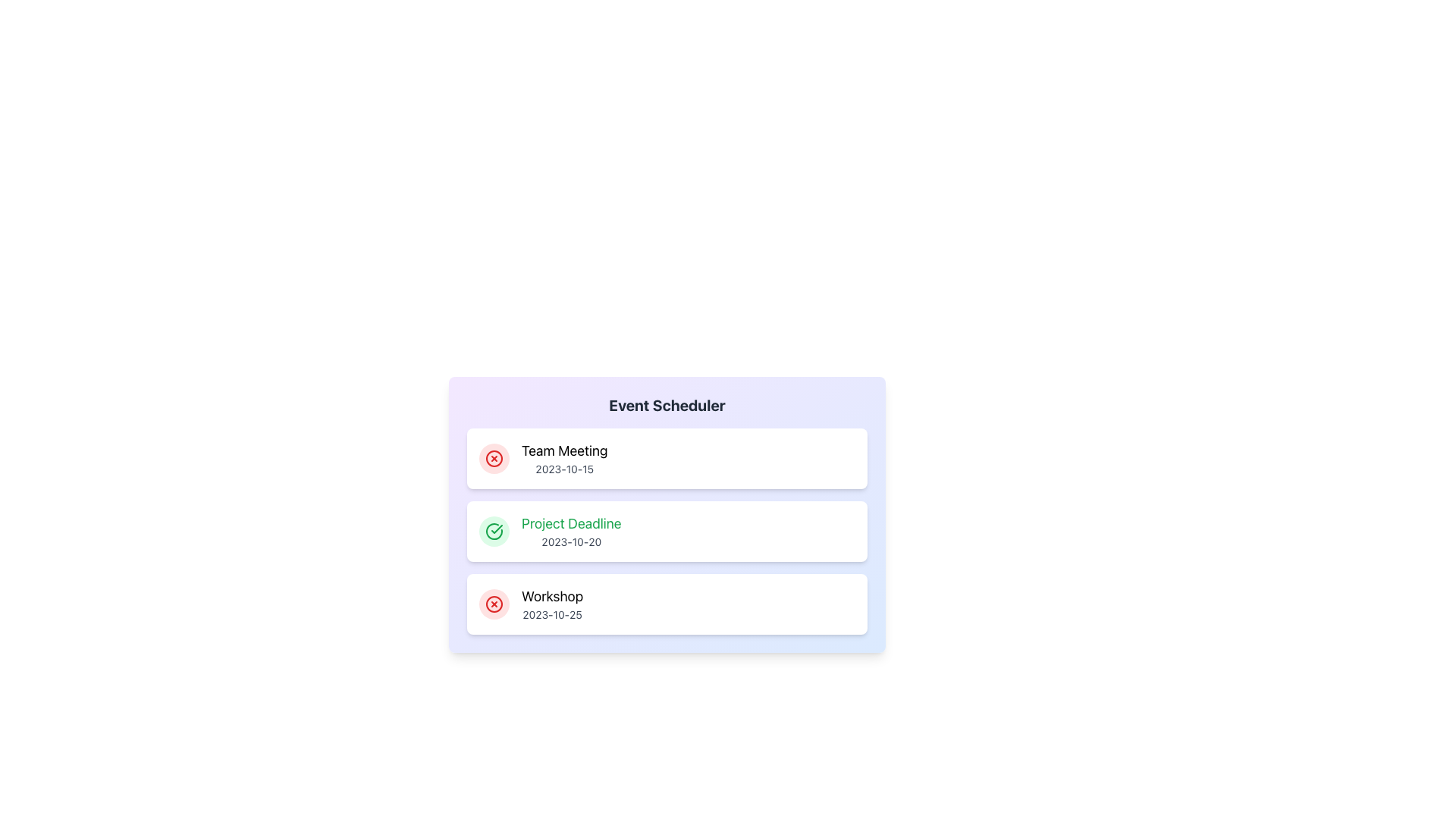 This screenshot has height=819, width=1456. Describe the element at coordinates (667, 531) in the screenshot. I see `the List Item titled 'Project Deadline' to get more information` at that location.